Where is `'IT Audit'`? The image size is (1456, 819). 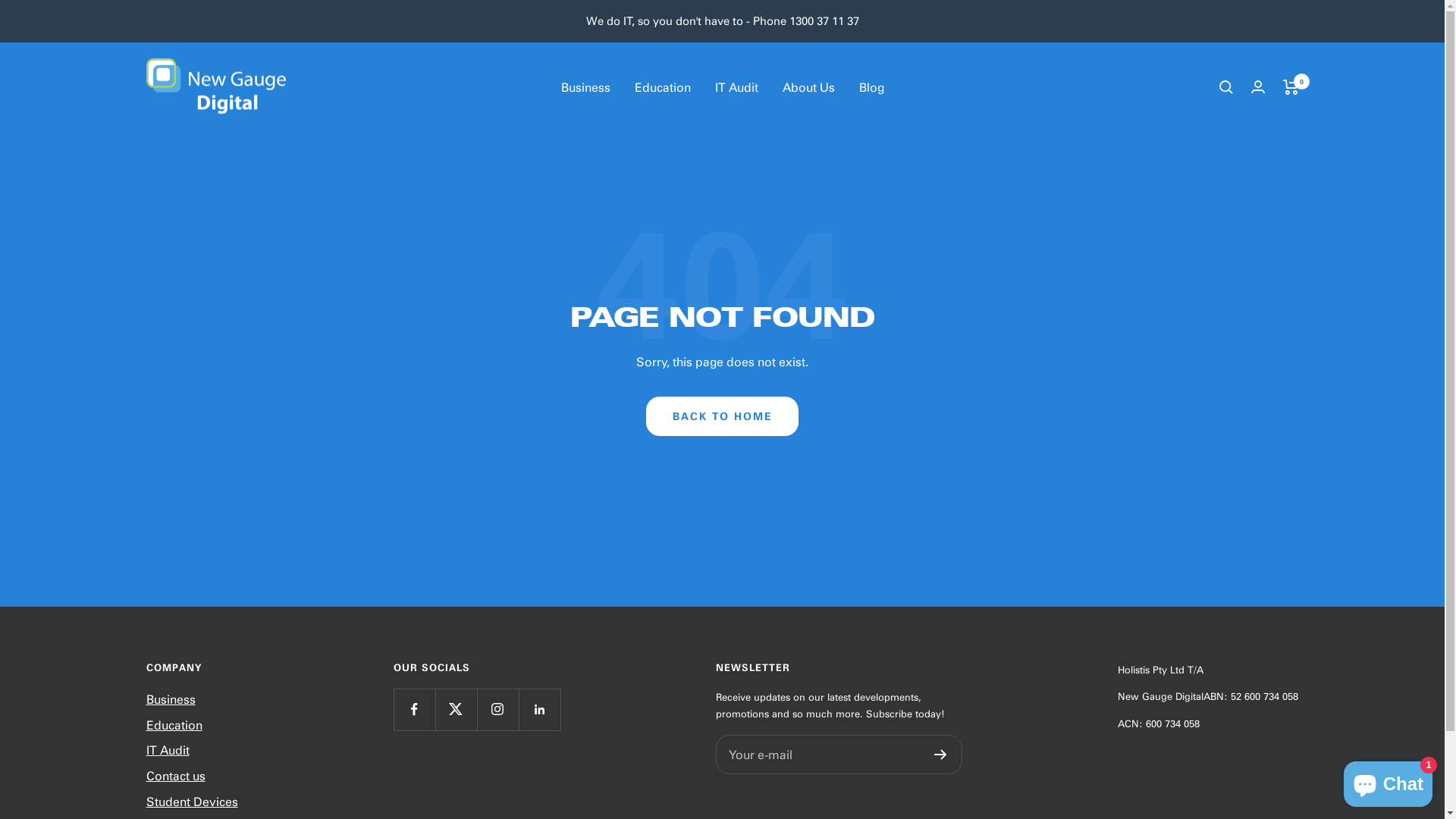 'IT Audit' is located at coordinates (736, 87).